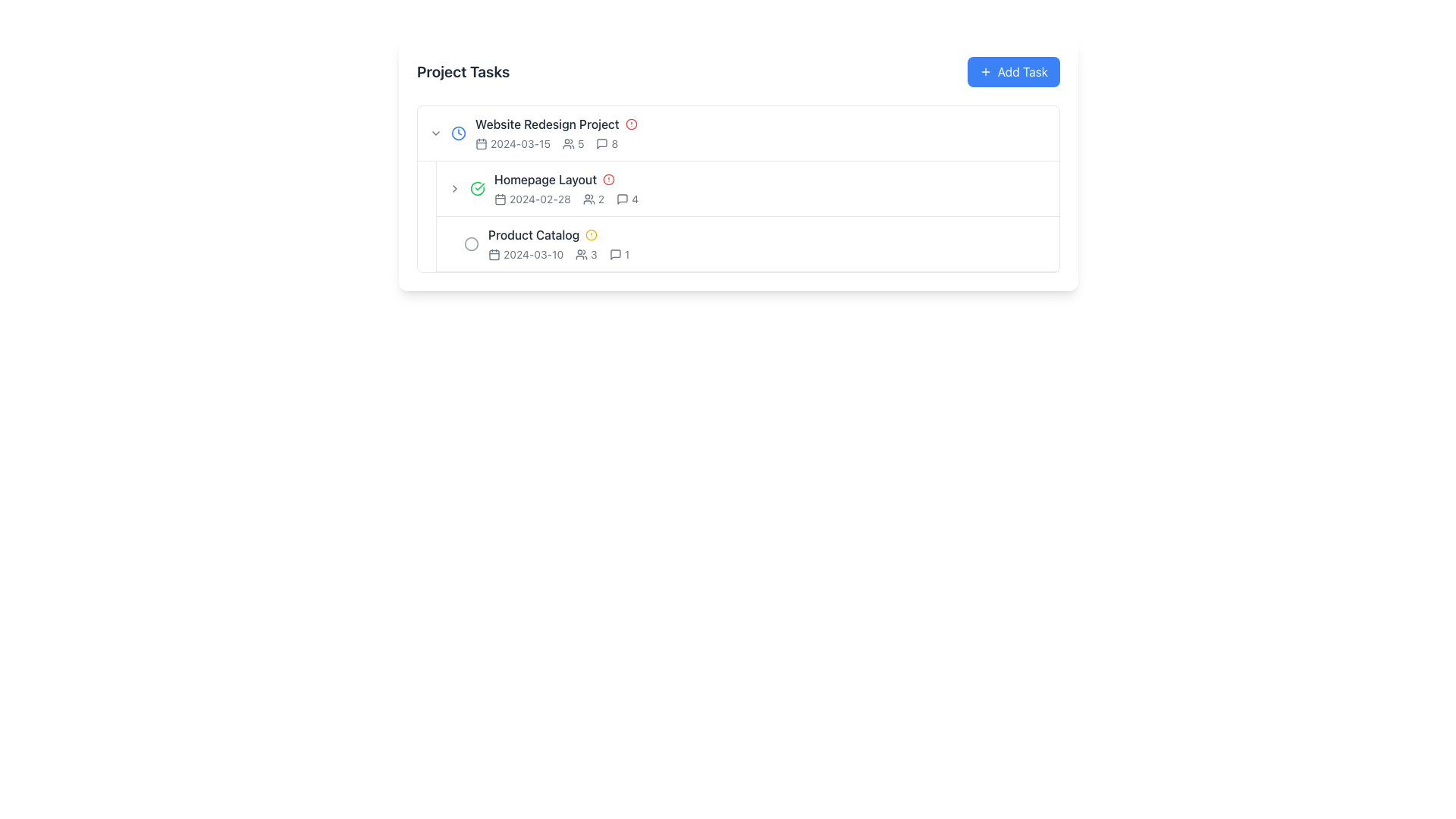 The height and width of the screenshot is (819, 1456). What do you see at coordinates (619, 253) in the screenshot?
I see `the comments icon associated with the 'Product Catalog' task` at bounding box center [619, 253].